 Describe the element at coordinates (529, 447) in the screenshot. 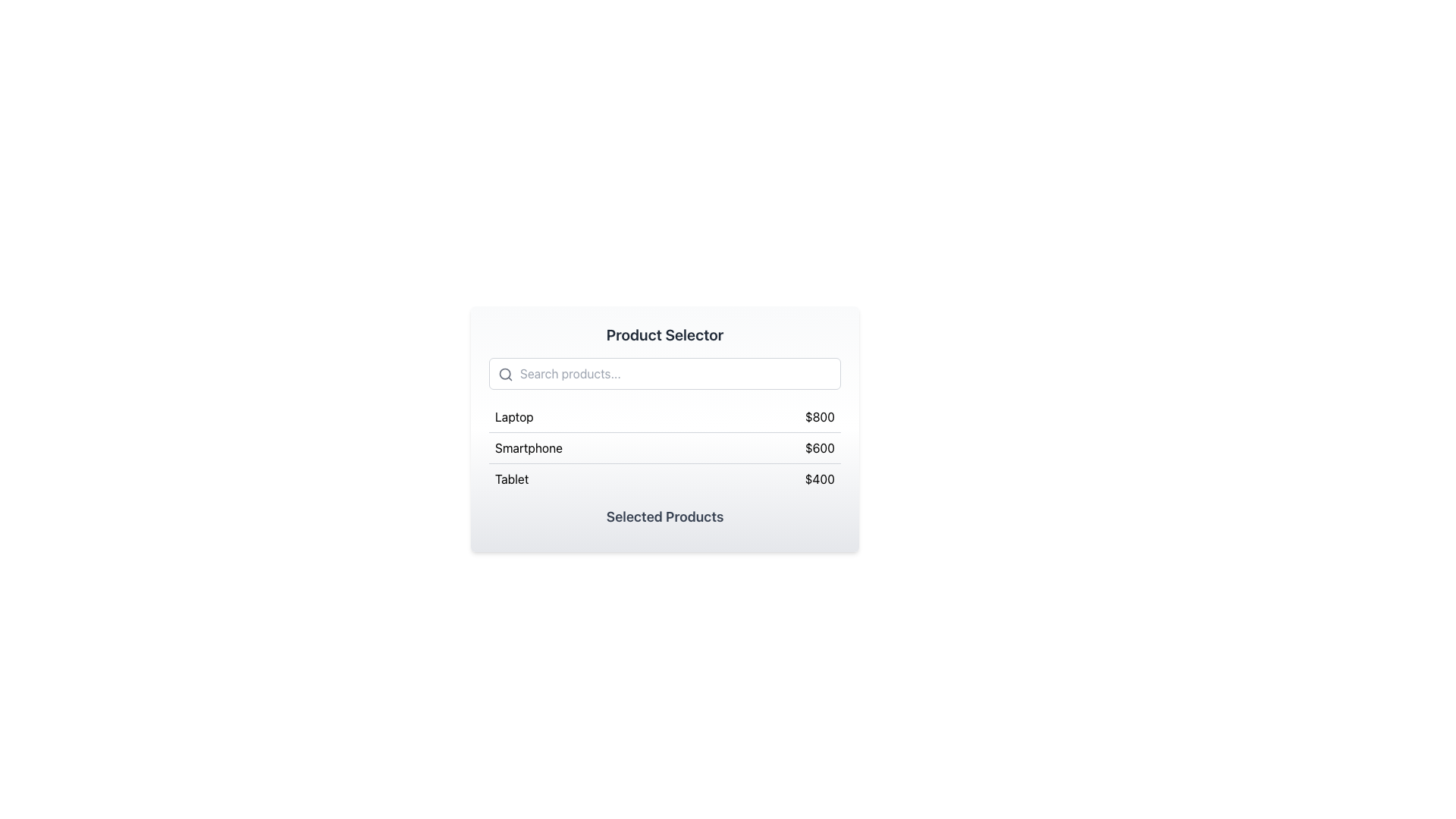

I see `the label that represents an item category in the second row of a vertically arranged list, located on the left side of the corresponding price label ('$600')` at that location.